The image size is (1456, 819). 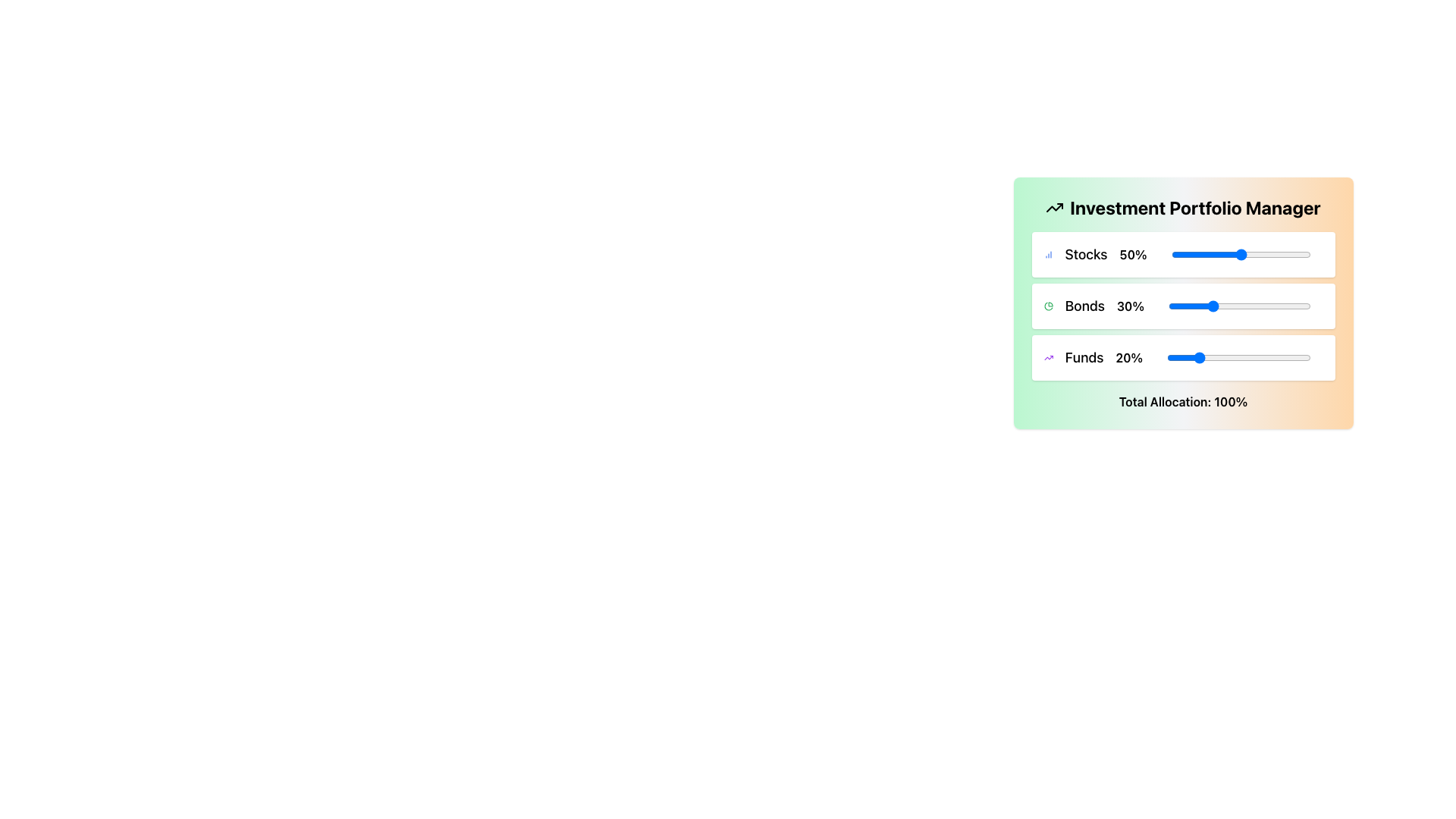 What do you see at coordinates (1298, 357) in the screenshot?
I see `the 'Funds' allocation` at bounding box center [1298, 357].